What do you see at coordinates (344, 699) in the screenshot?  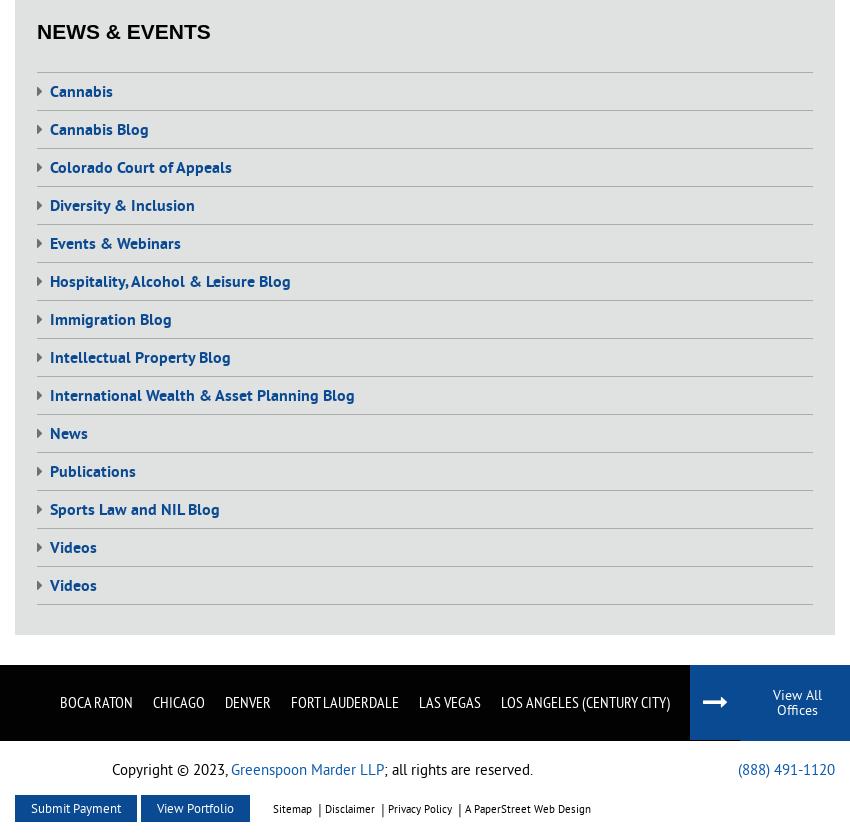 I see `'Fort Lauderdale'` at bounding box center [344, 699].